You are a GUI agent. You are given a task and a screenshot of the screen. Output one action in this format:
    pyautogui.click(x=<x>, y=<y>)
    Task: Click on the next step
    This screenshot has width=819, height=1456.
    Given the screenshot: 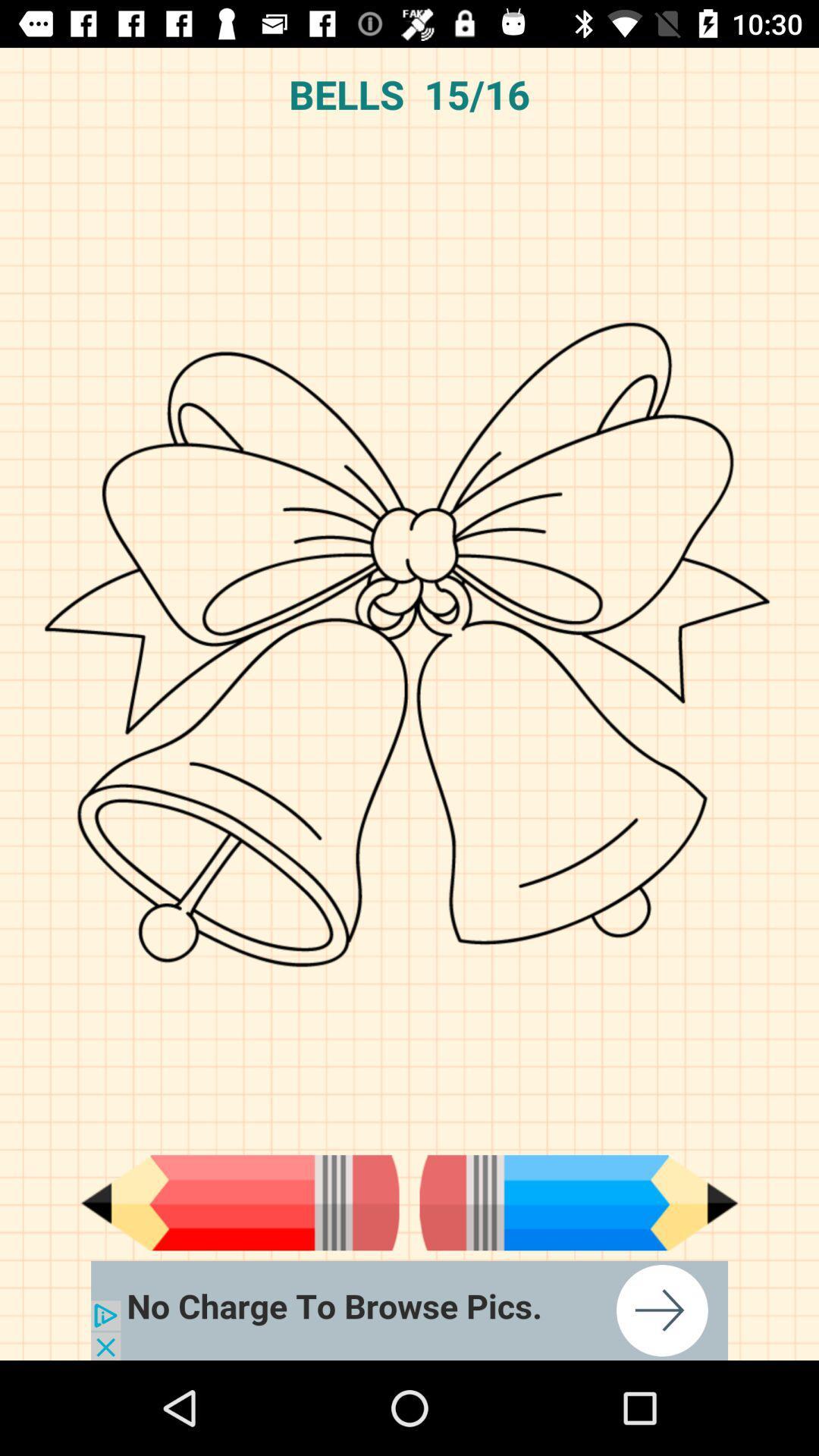 What is the action you would take?
    pyautogui.click(x=579, y=1202)
    